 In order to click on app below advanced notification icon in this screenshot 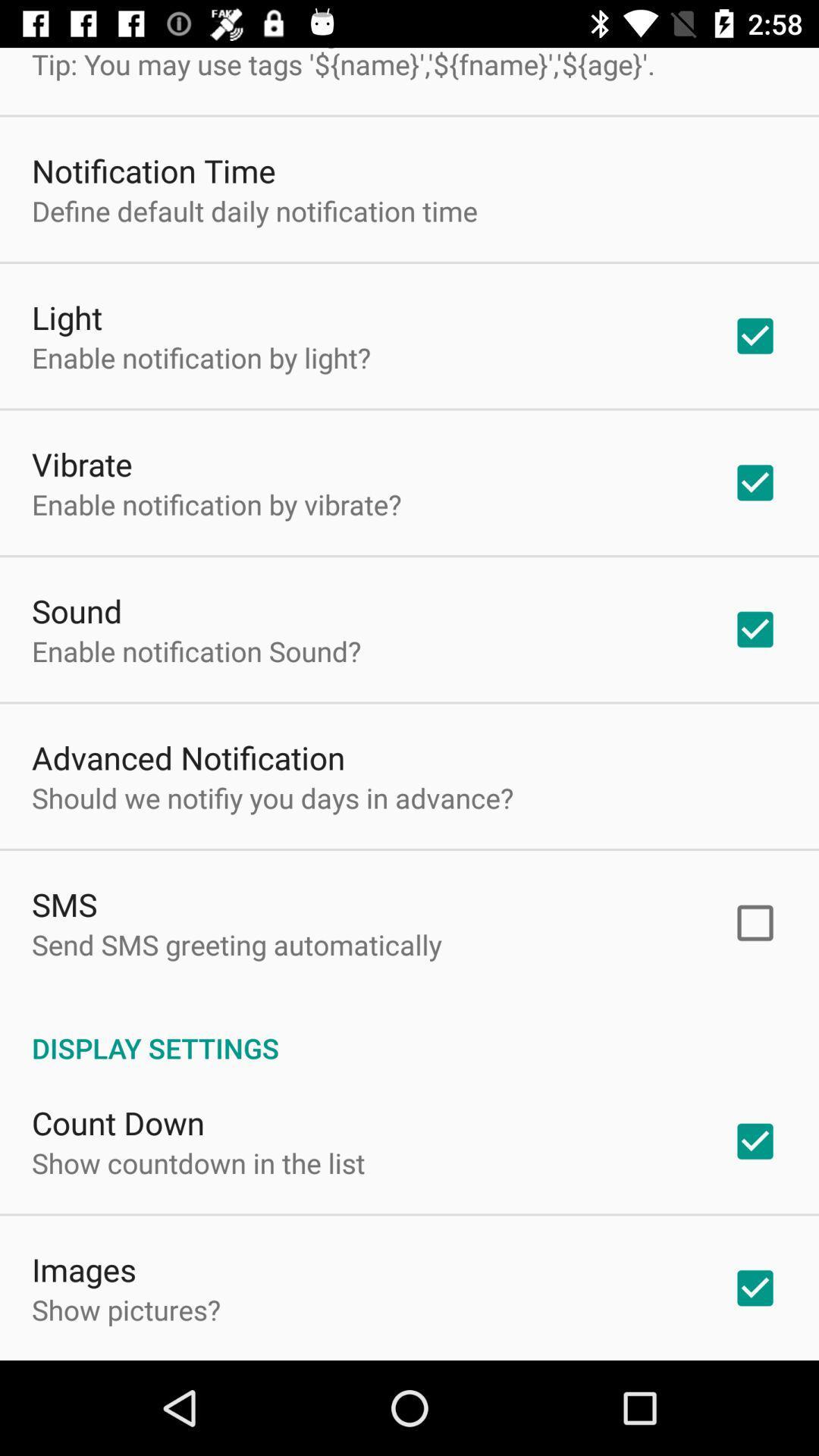, I will do `click(271, 797)`.